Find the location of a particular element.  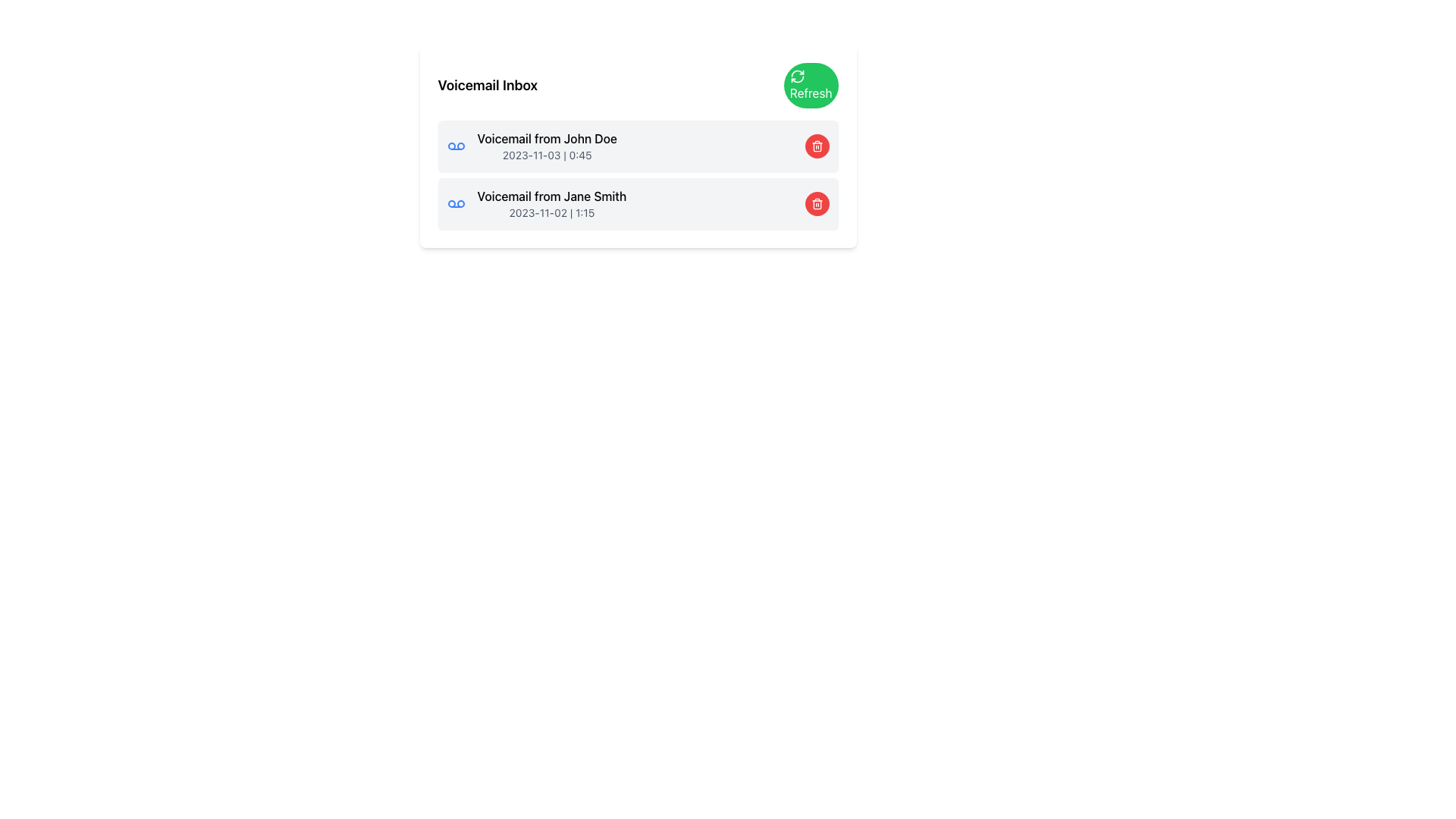

the voicemail icon located at the leftmost side of the row labeled 'Voicemail from John Doe' in the voicemail list is located at coordinates (455, 146).